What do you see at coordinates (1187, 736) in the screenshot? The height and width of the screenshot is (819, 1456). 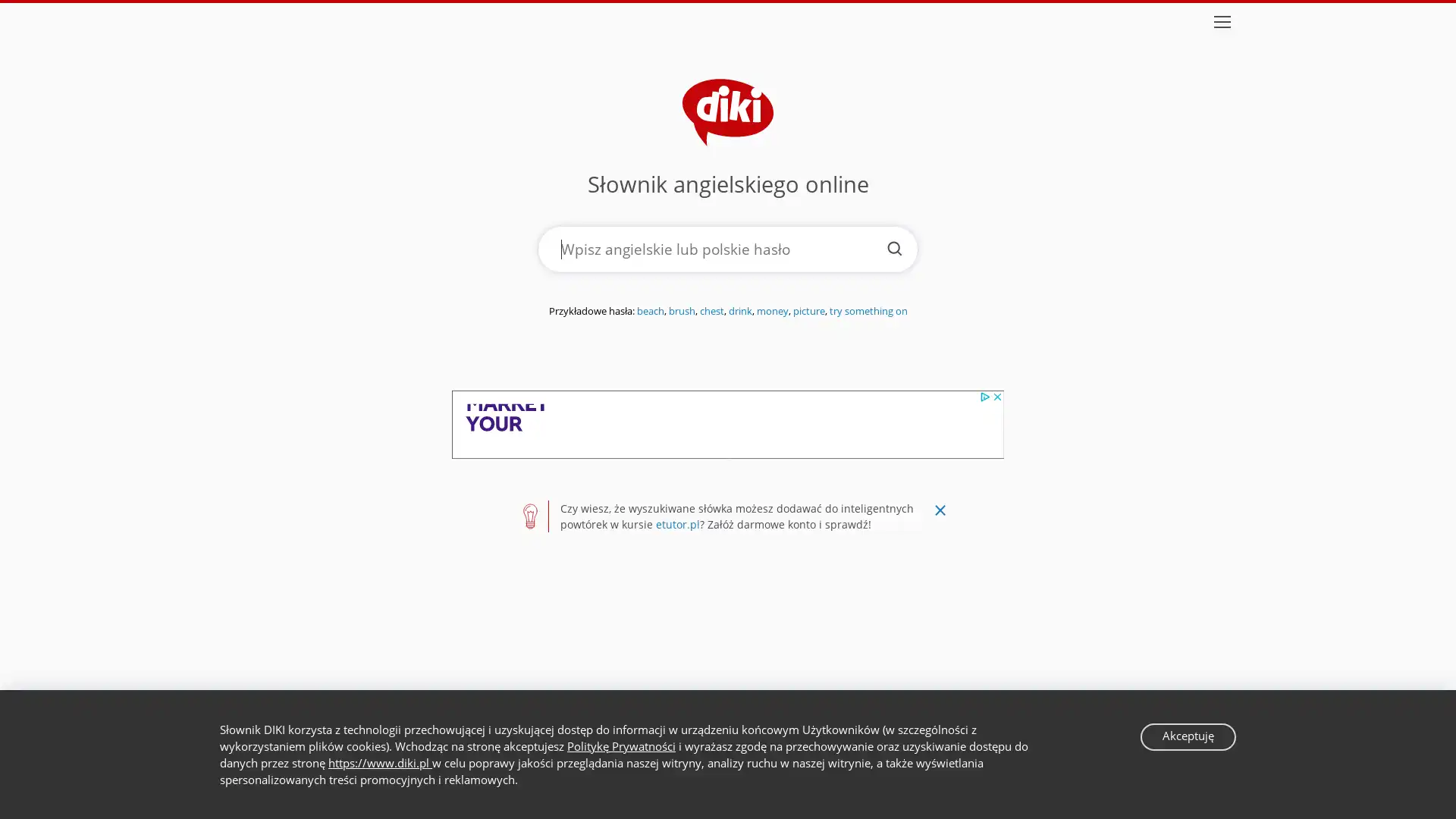 I see `Akceptuje` at bounding box center [1187, 736].